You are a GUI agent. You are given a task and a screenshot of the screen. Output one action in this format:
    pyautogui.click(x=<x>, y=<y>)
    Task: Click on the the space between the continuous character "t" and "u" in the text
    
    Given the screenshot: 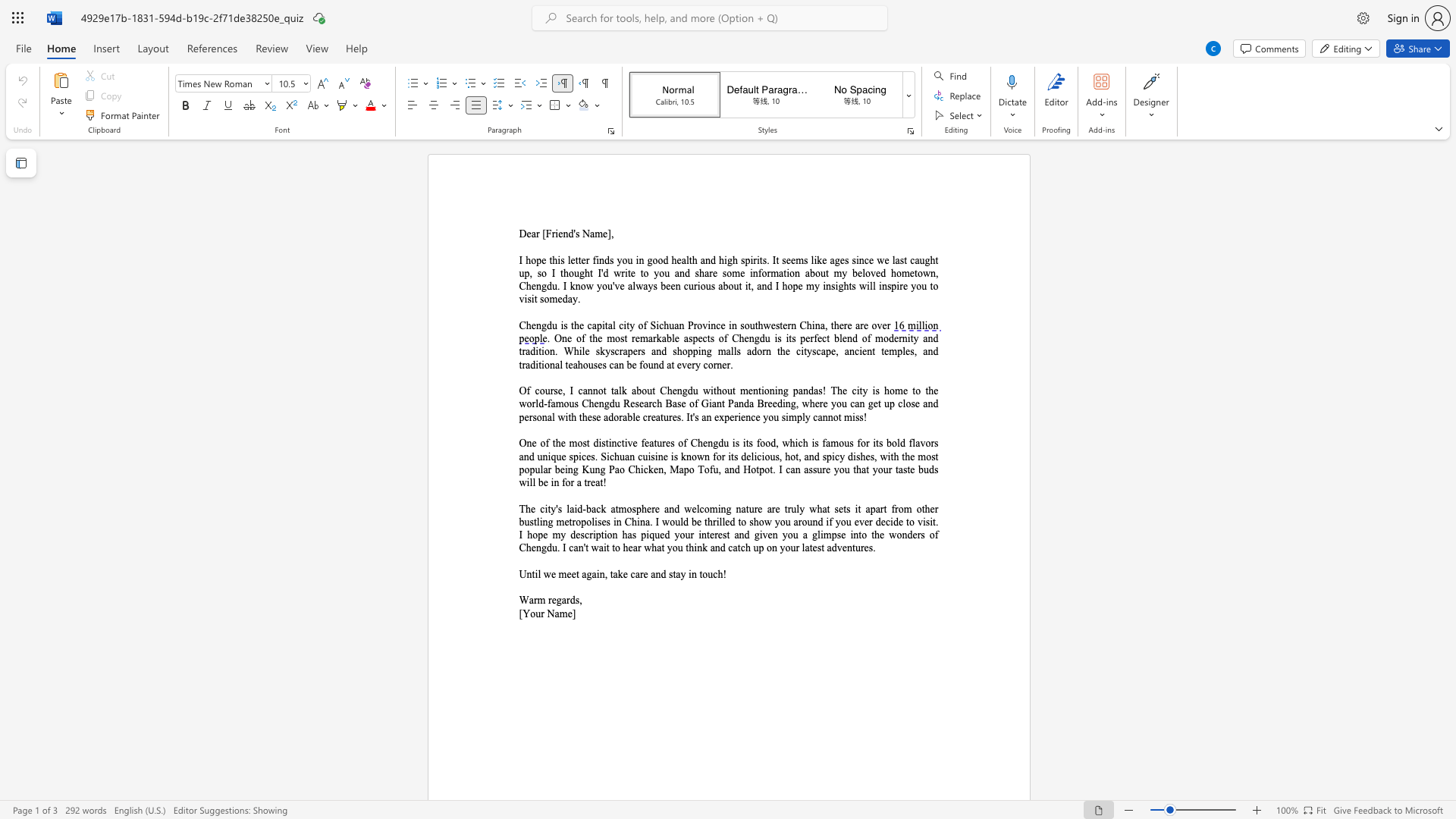 What is the action you would take?
    pyautogui.click(x=855, y=548)
    